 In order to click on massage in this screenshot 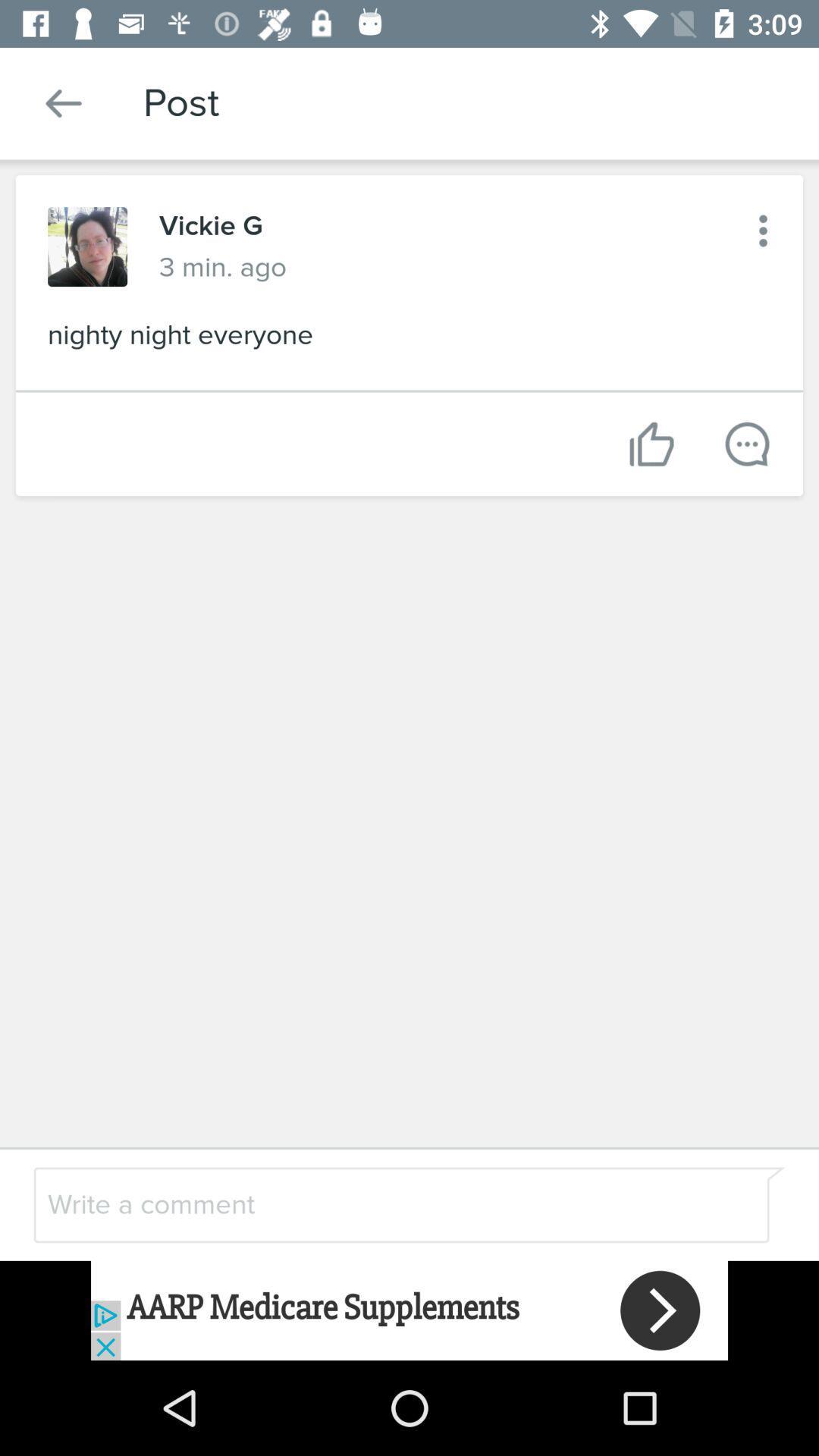, I will do `click(746, 443)`.